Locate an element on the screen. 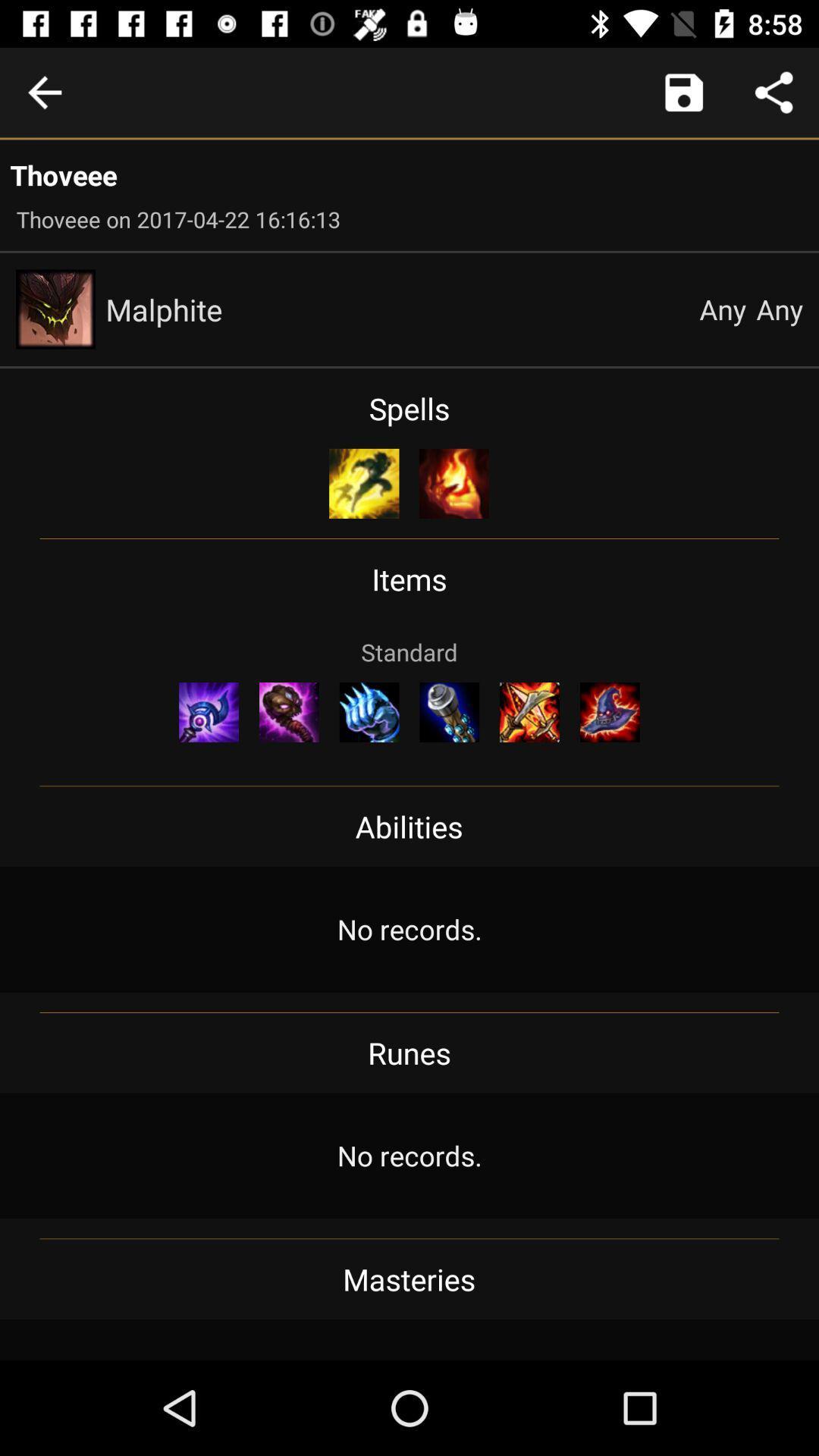 Image resolution: width=819 pixels, height=1456 pixels. the item on the left is located at coordinates (209, 711).